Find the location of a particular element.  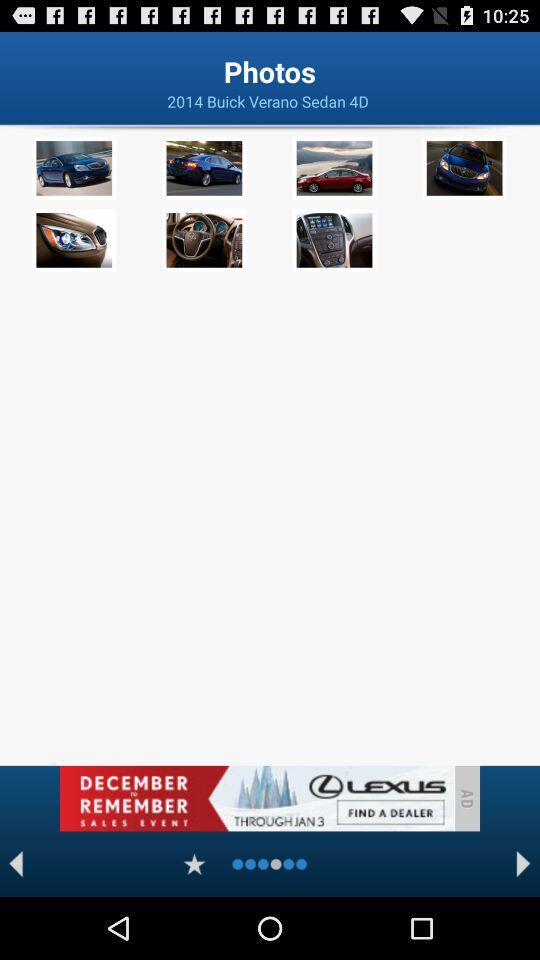

previous is located at coordinates (15, 863).